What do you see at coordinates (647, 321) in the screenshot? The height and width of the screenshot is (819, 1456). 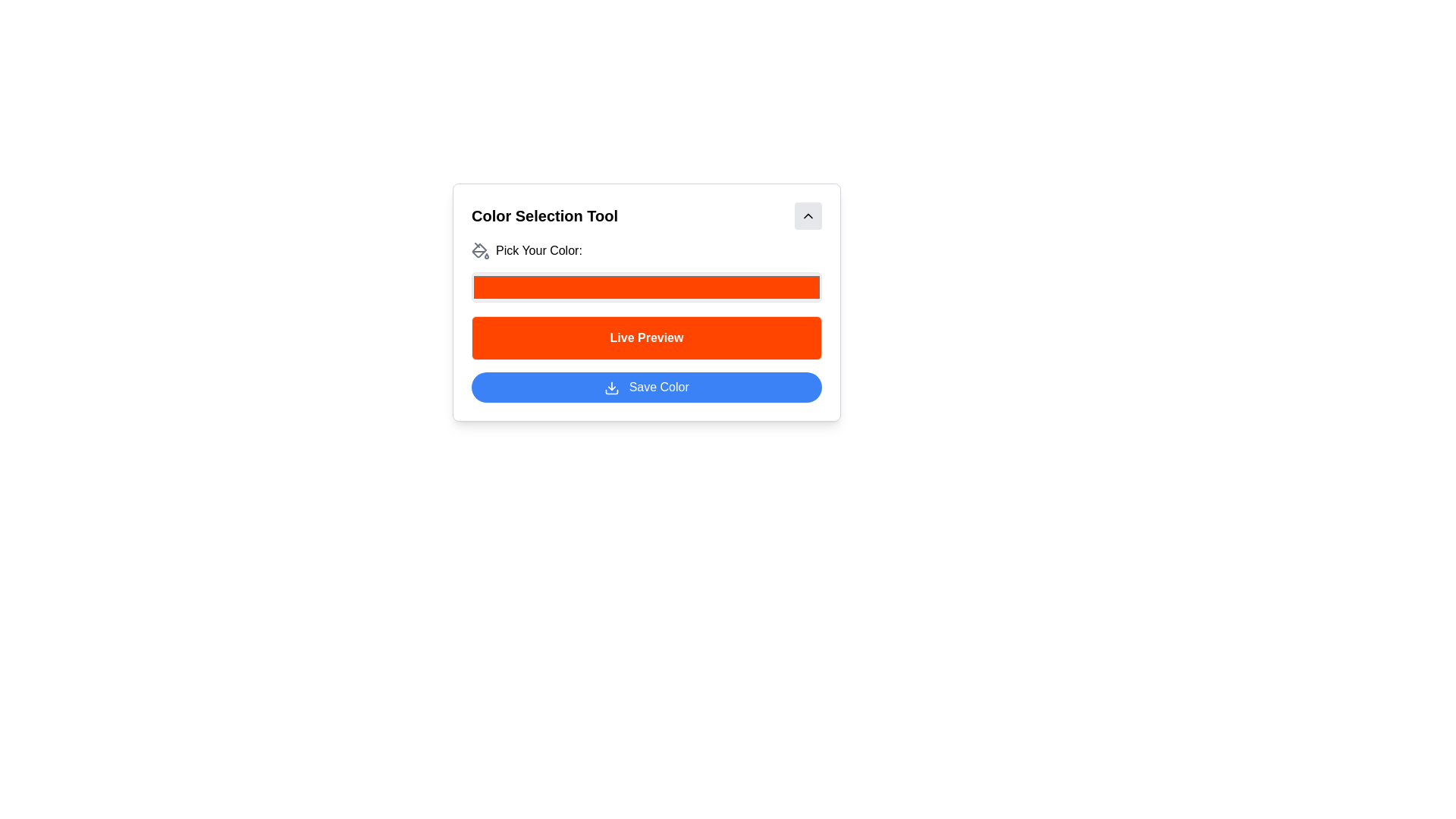 I see `the 'Color Selection Tool' composite UI component that includes a text display, input field, preview display, and a 'Save Color' button` at bounding box center [647, 321].